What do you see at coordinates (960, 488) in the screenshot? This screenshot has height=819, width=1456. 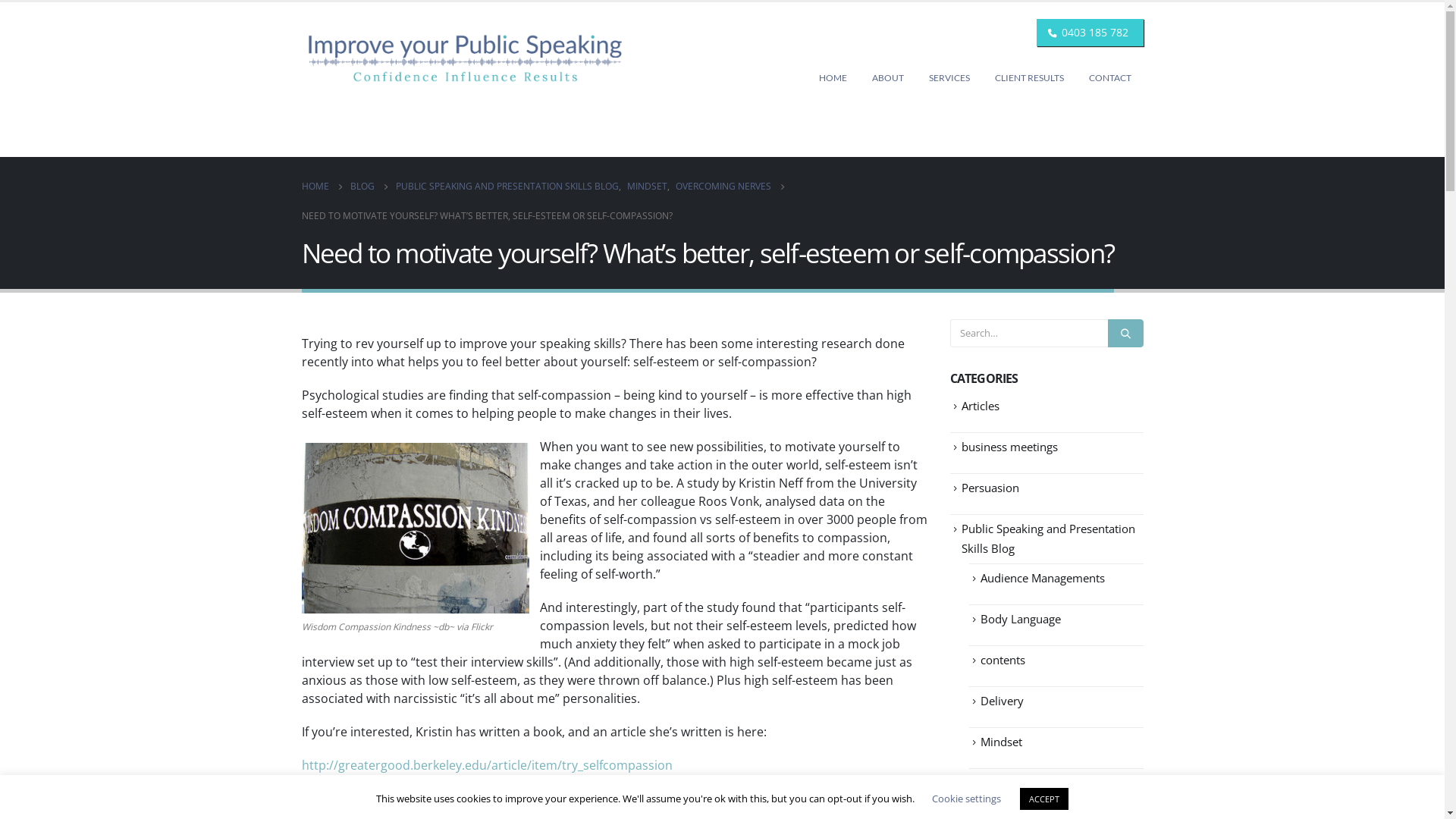 I see `'Persuasion'` at bounding box center [960, 488].